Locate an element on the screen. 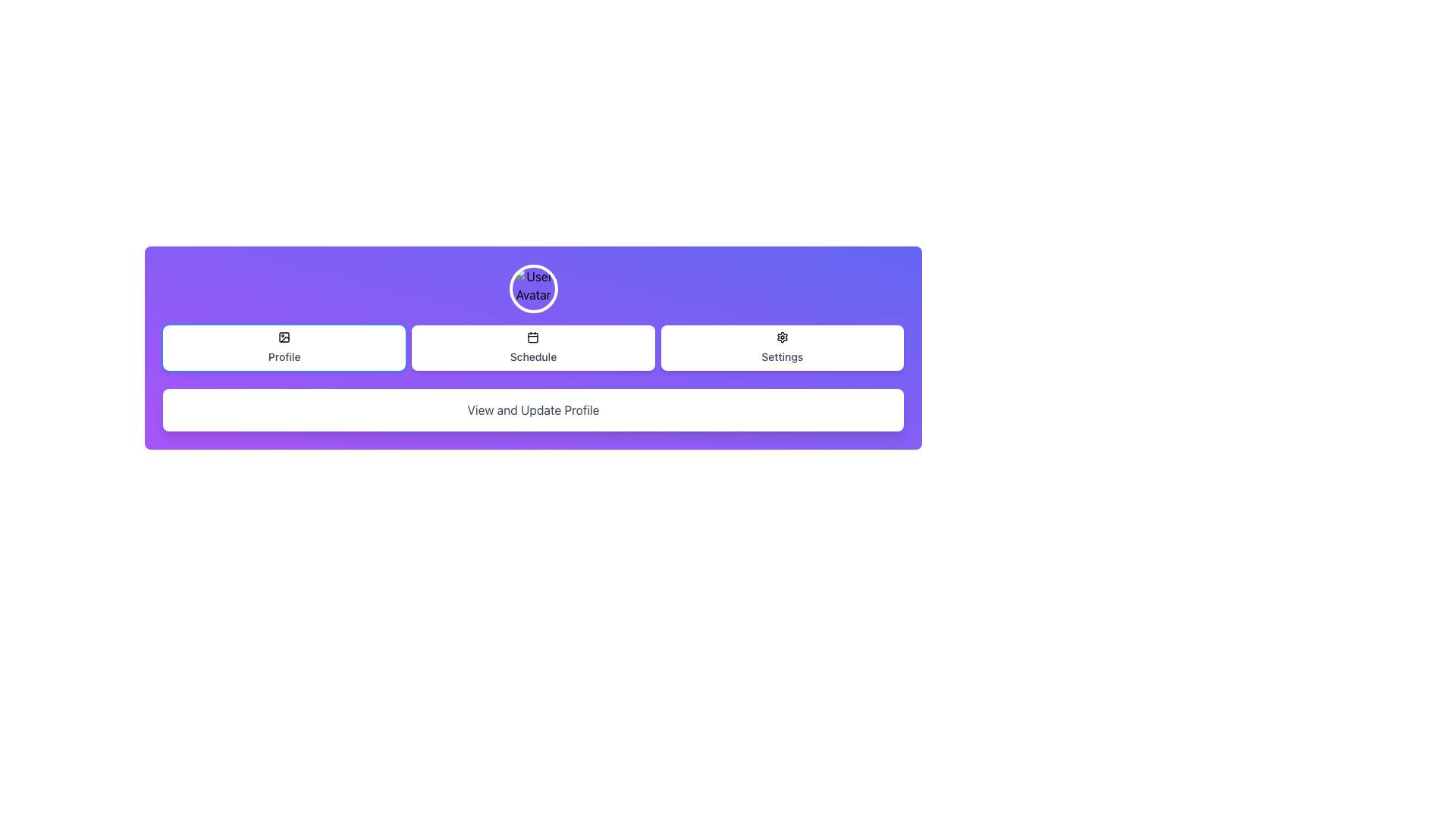  the 'Settings' text label, which is displayed in gray color beneath the settings icon at the top center of the interface is located at coordinates (782, 356).